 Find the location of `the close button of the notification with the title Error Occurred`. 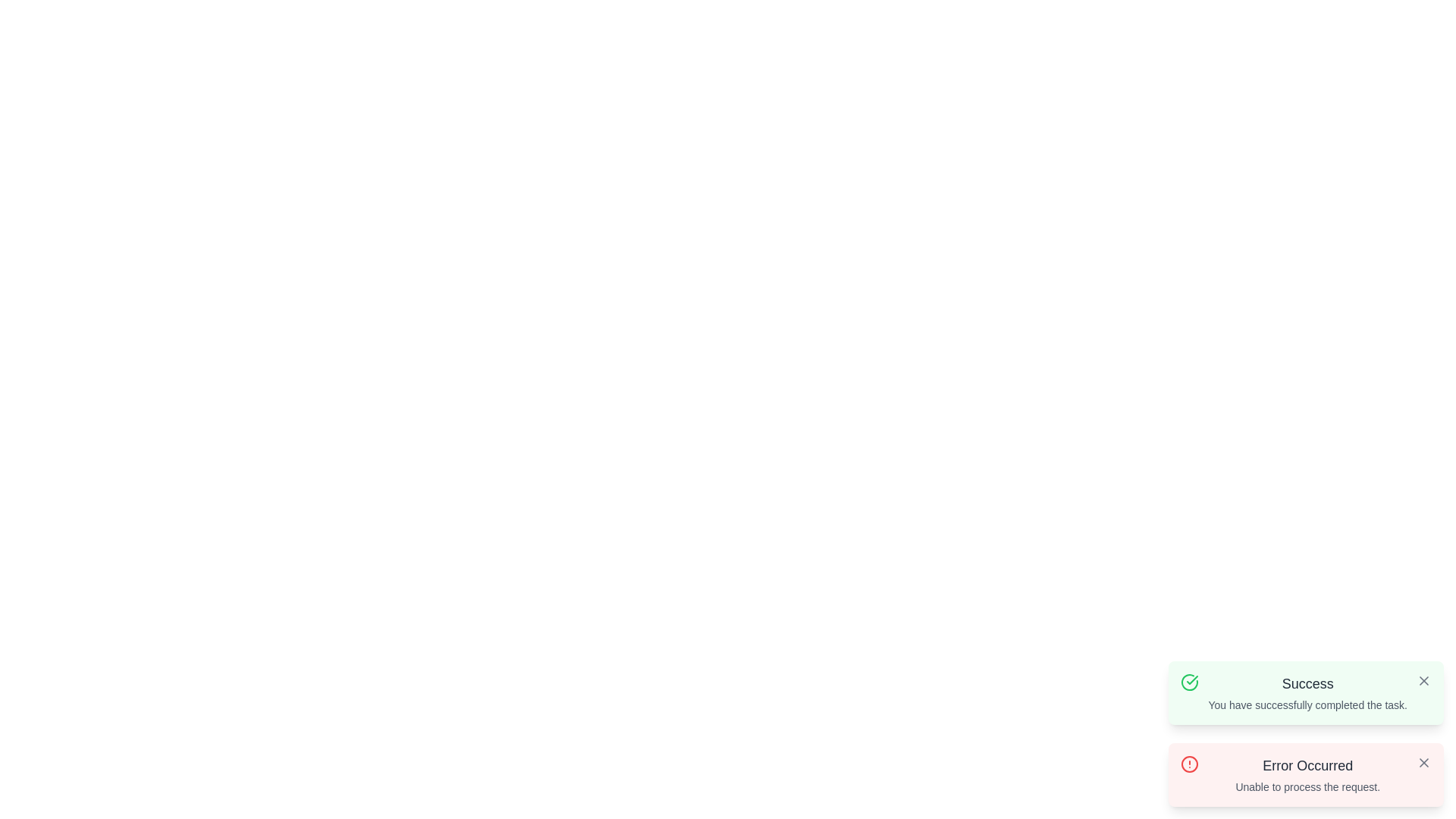

the close button of the notification with the title Error Occurred is located at coordinates (1423, 763).